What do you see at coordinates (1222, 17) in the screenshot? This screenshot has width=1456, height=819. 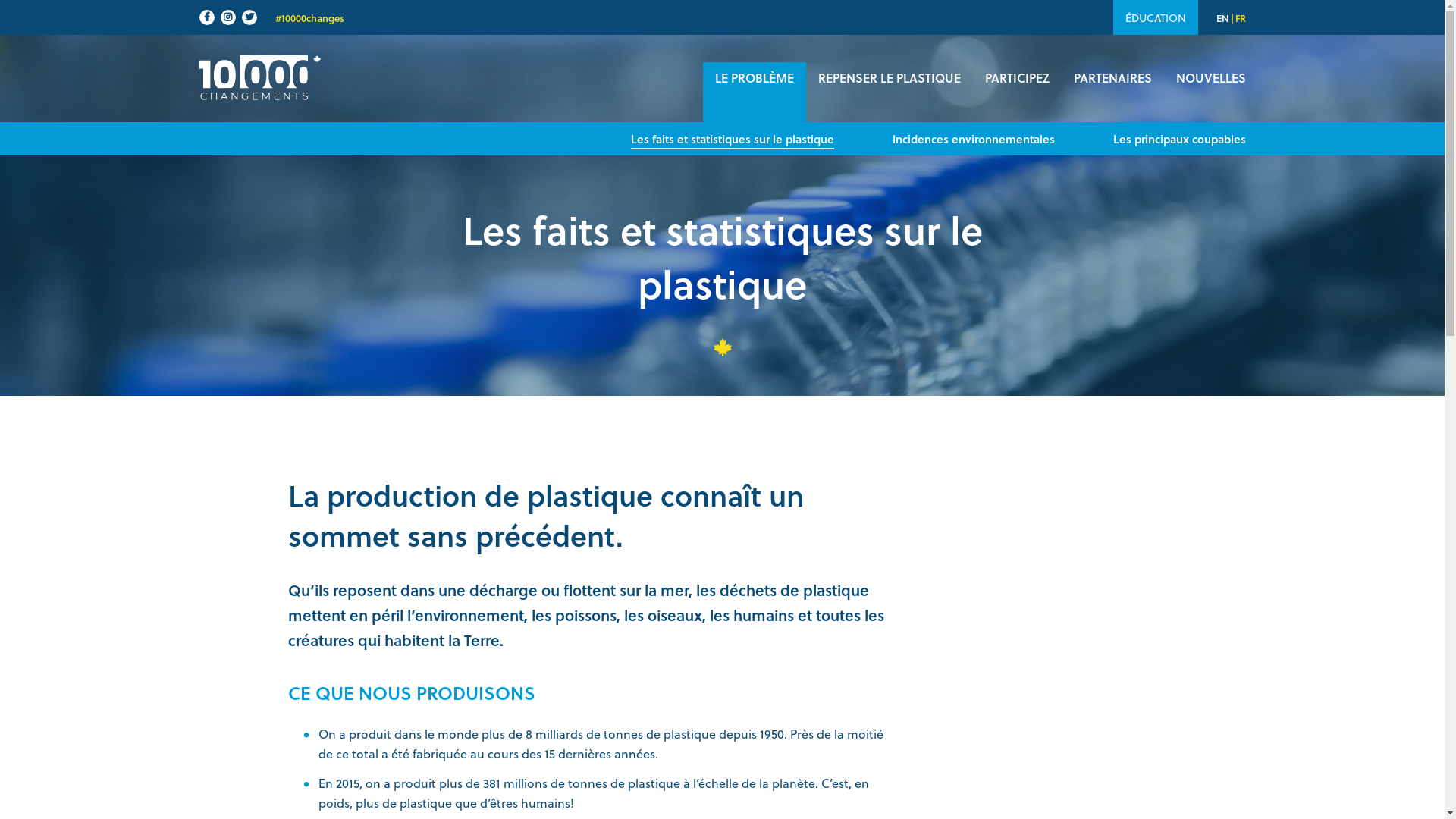 I see `'EN'` at bounding box center [1222, 17].